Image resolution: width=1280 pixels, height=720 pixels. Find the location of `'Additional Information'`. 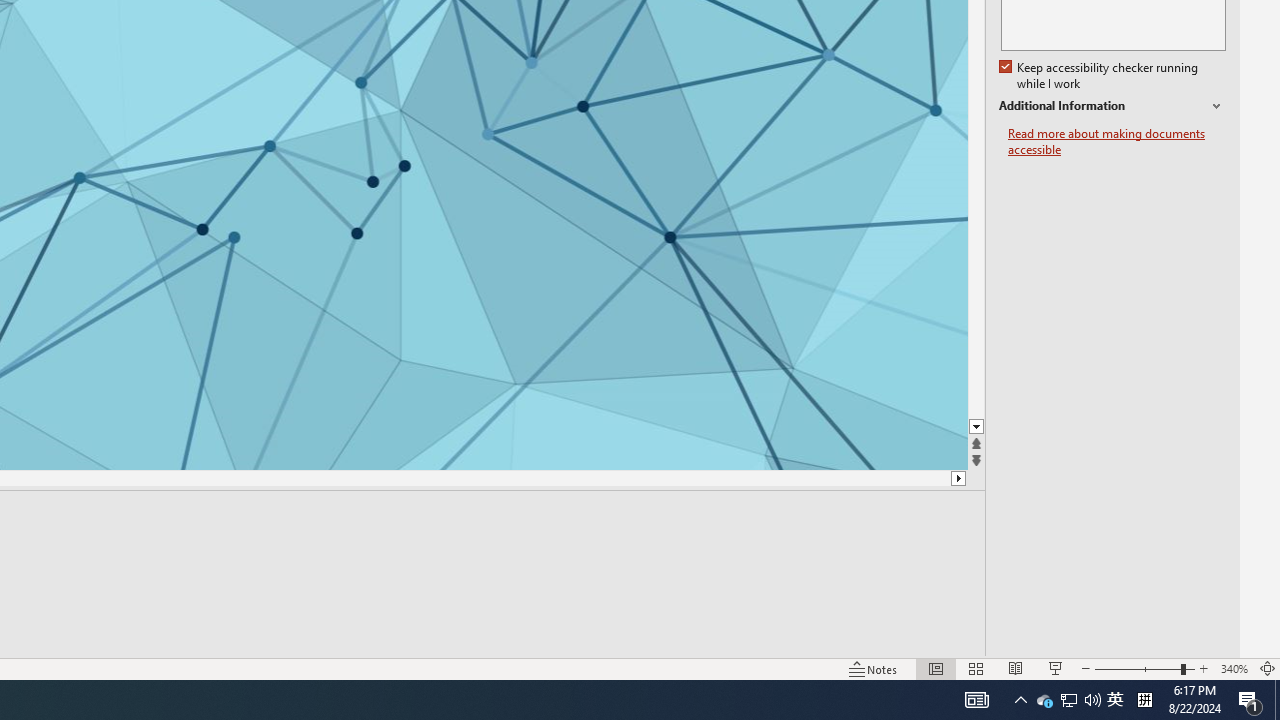

'Additional Information' is located at coordinates (1111, 106).